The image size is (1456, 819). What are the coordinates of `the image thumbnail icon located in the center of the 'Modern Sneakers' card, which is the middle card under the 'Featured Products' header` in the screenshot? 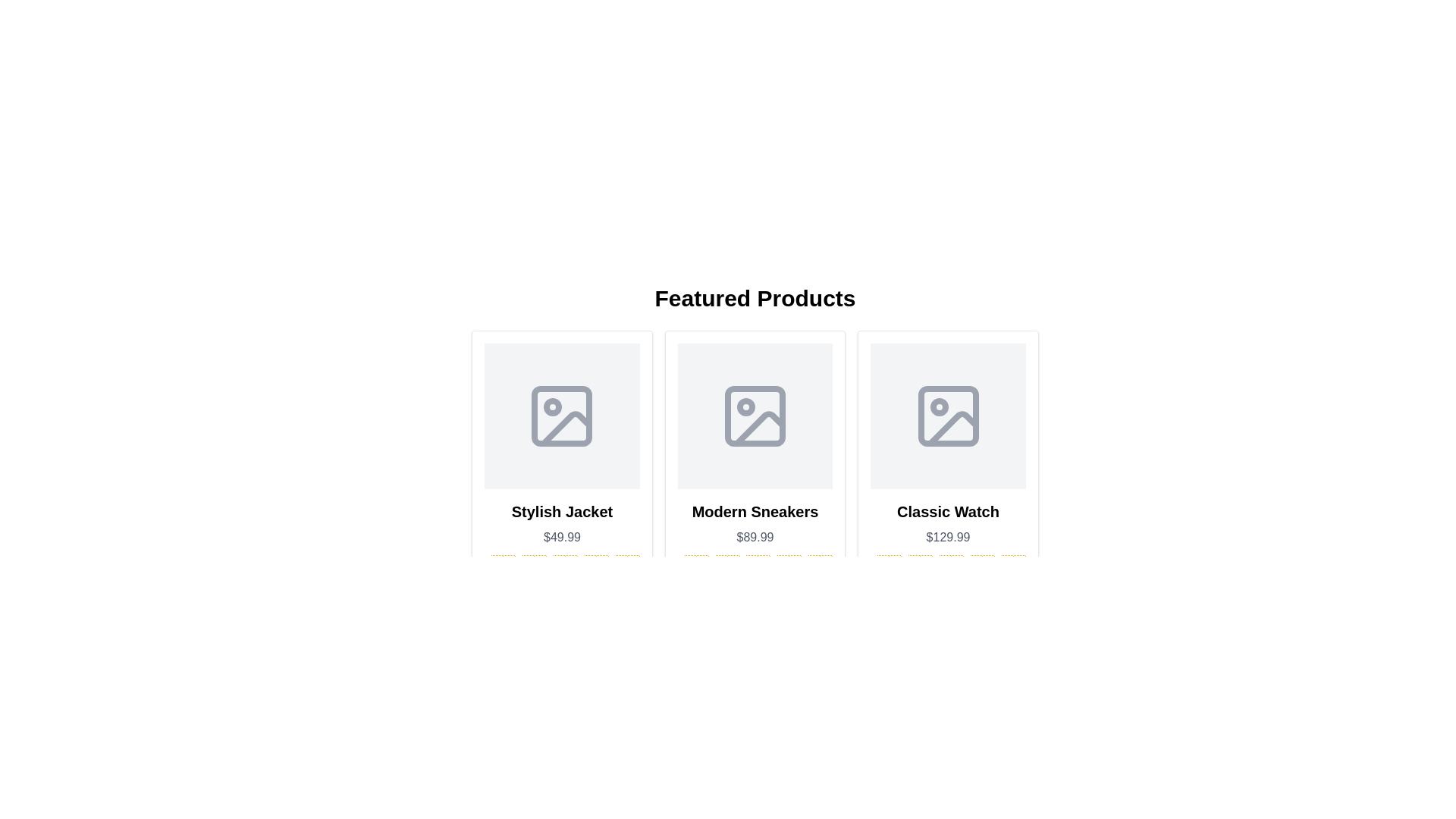 It's located at (755, 416).